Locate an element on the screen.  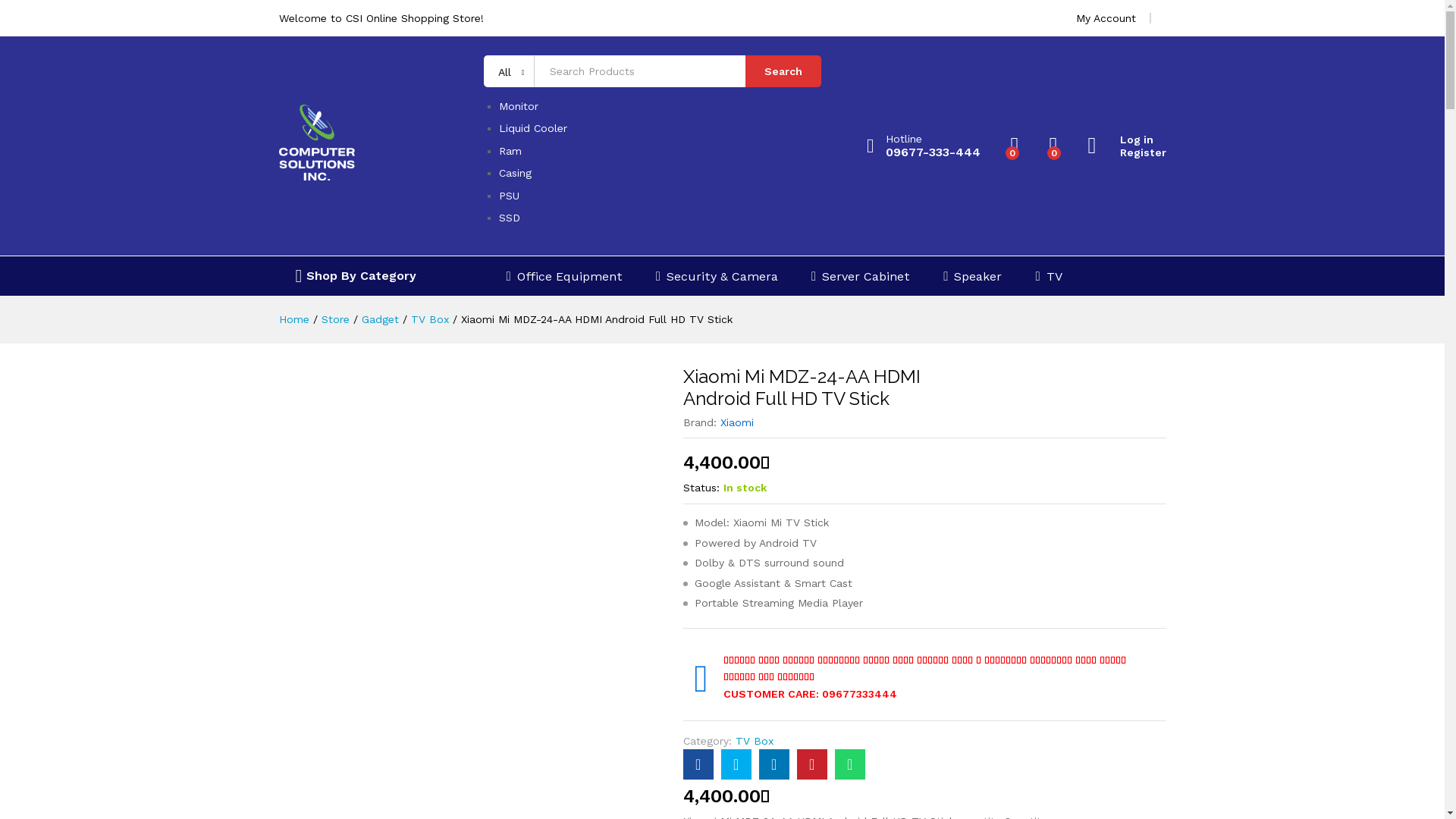
'Search' is located at coordinates (745, 71).